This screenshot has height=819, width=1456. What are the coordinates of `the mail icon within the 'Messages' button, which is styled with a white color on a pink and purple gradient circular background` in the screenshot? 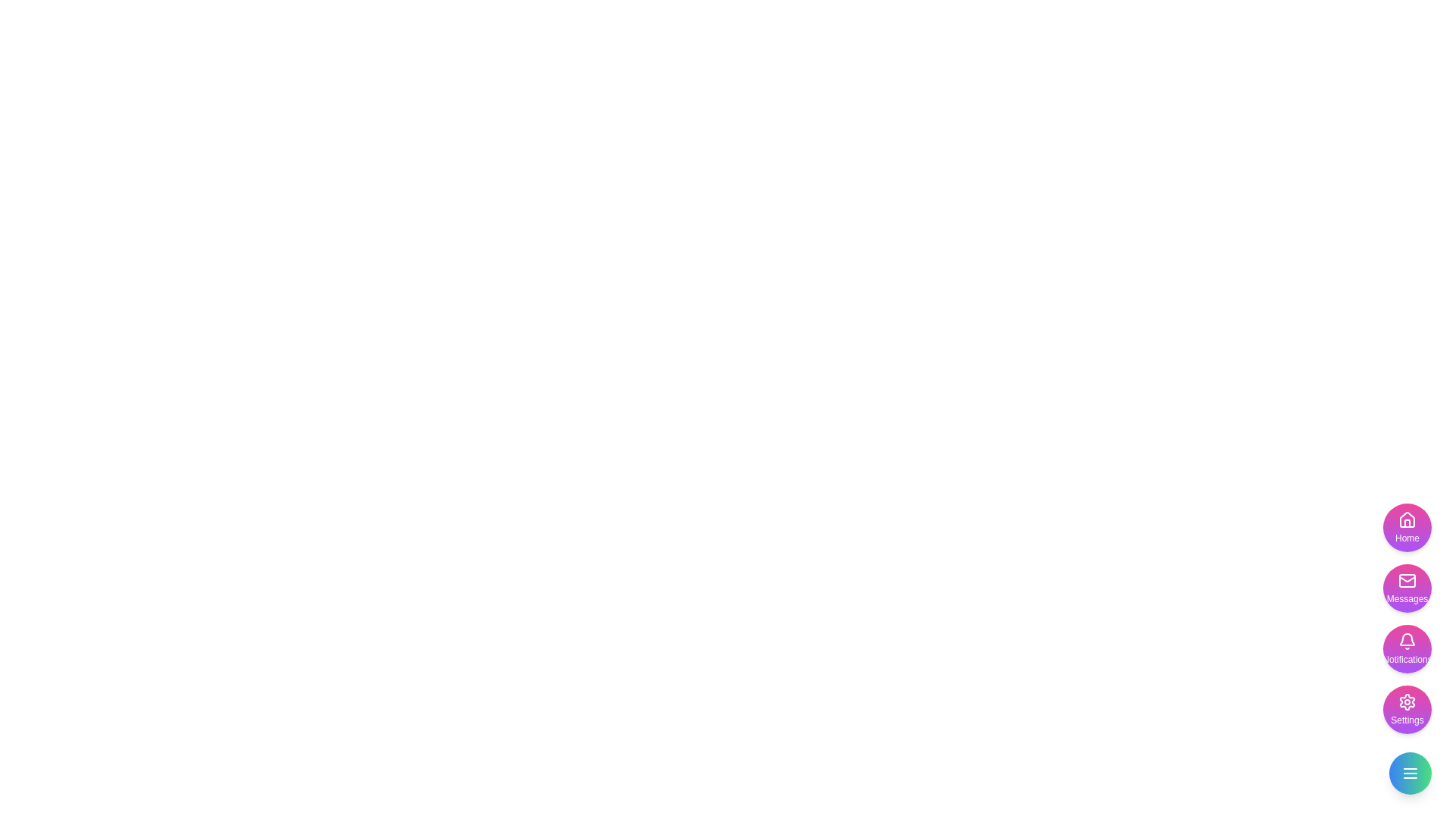 It's located at (1407, 580).